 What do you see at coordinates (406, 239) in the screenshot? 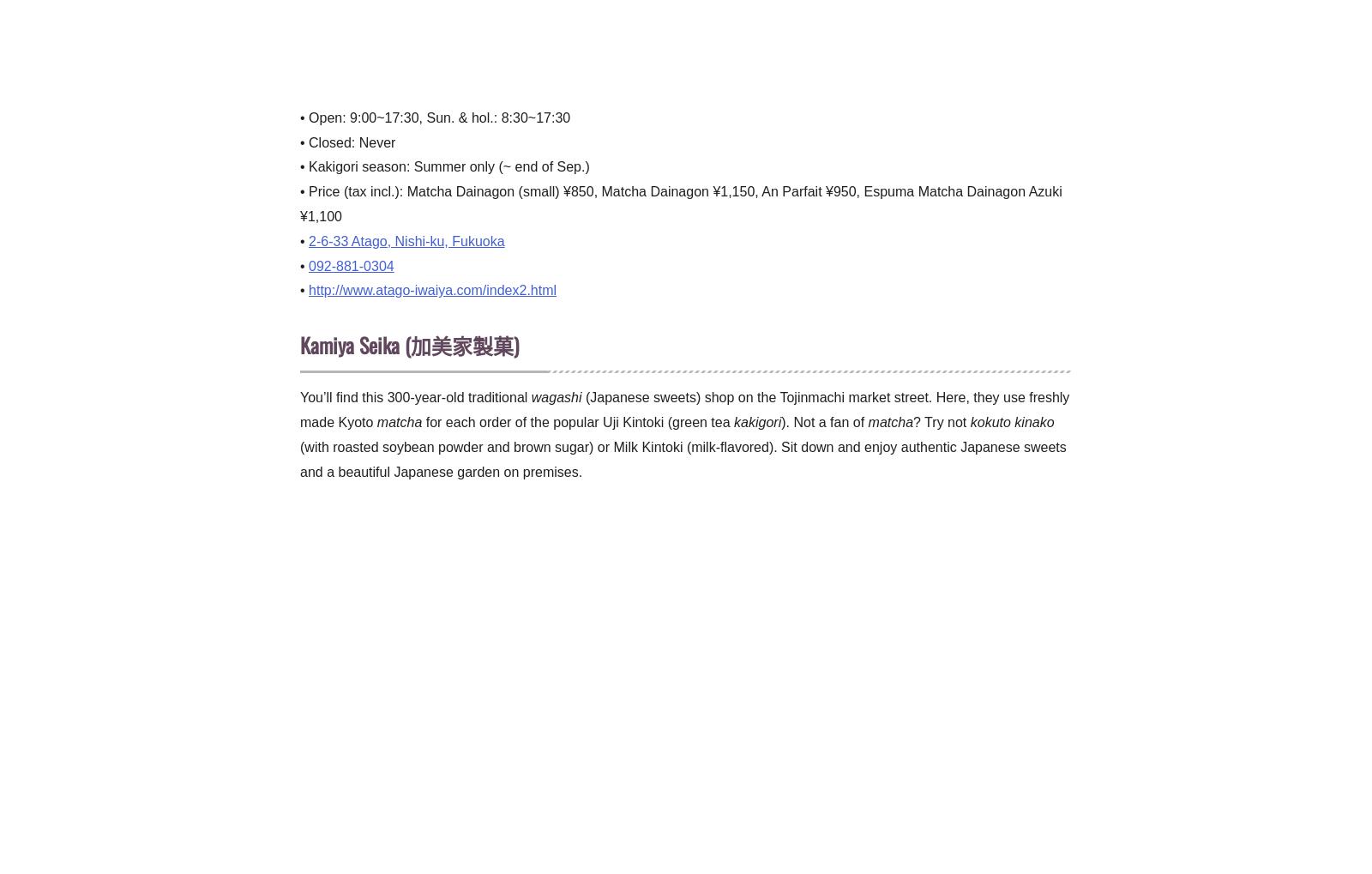
I see `'2-6-33 Atago, Nishi-ku, Fukuoka'` at bounding box center [406, 239].